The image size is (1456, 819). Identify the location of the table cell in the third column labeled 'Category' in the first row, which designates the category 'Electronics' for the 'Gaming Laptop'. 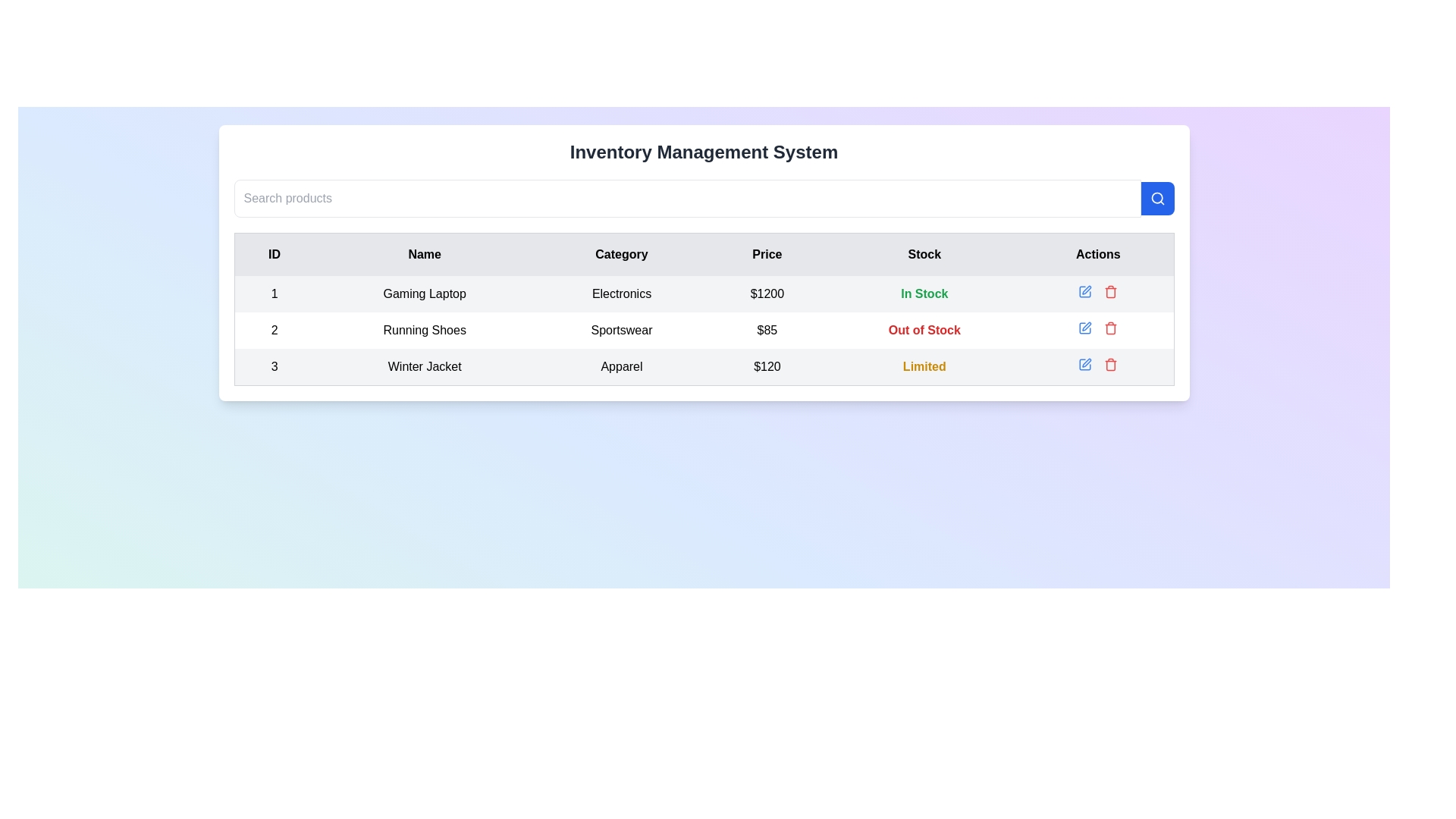
(622, 294).